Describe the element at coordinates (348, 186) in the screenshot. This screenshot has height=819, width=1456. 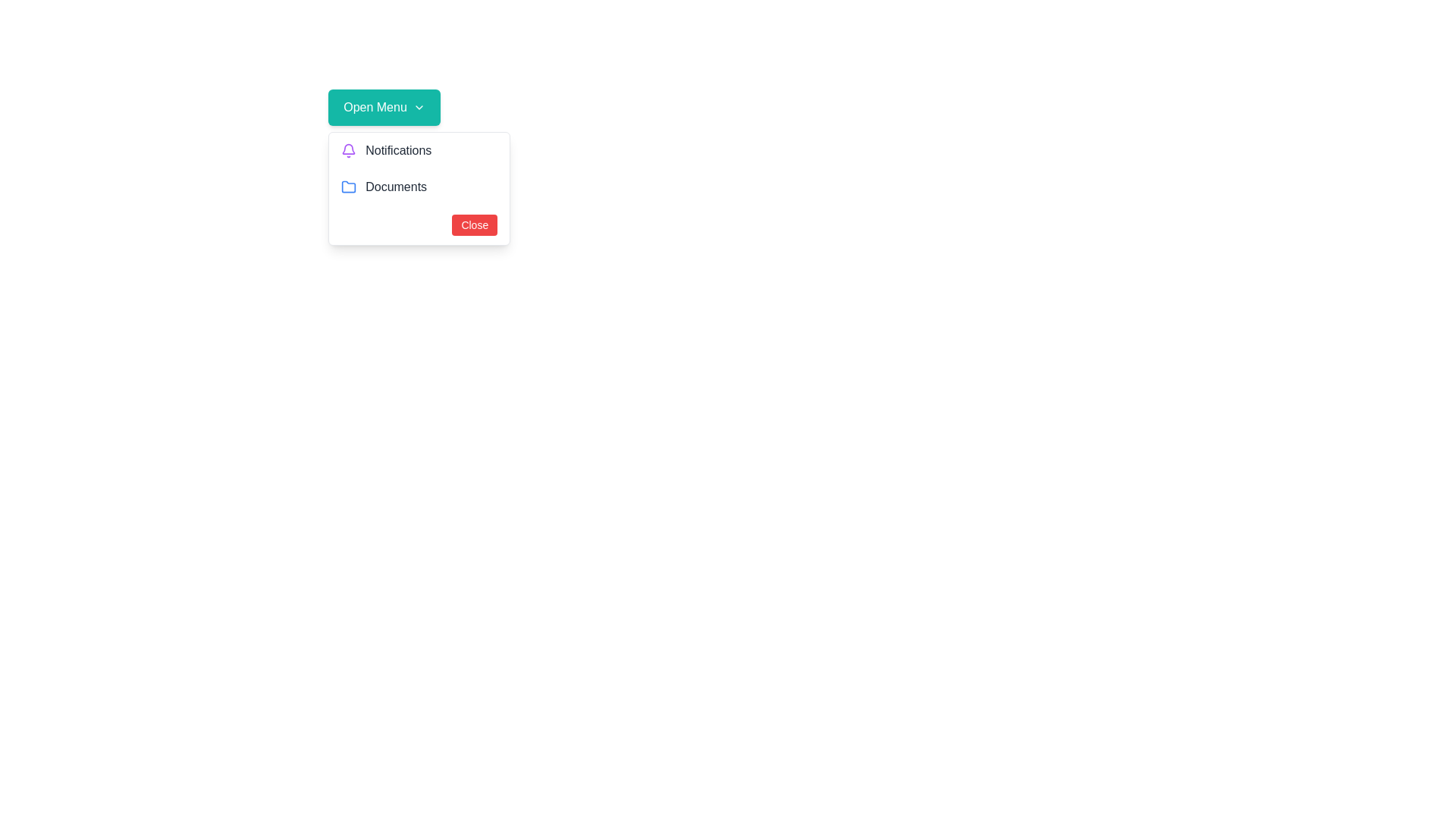
I see `the blue folder-shaped icon located in the dropdown menu near the top of the list` at that location.